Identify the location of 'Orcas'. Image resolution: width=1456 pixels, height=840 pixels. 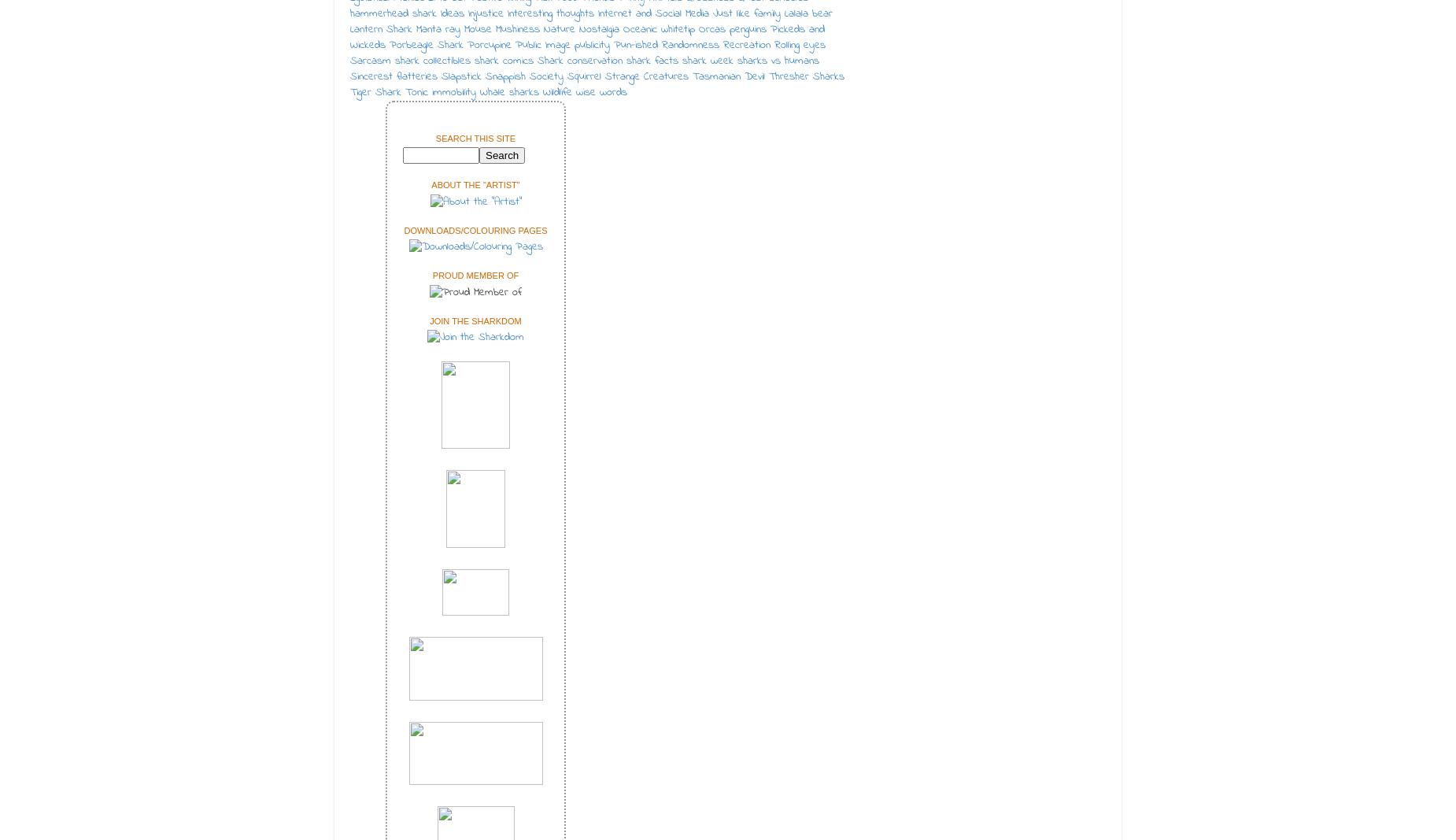
(712, 28).